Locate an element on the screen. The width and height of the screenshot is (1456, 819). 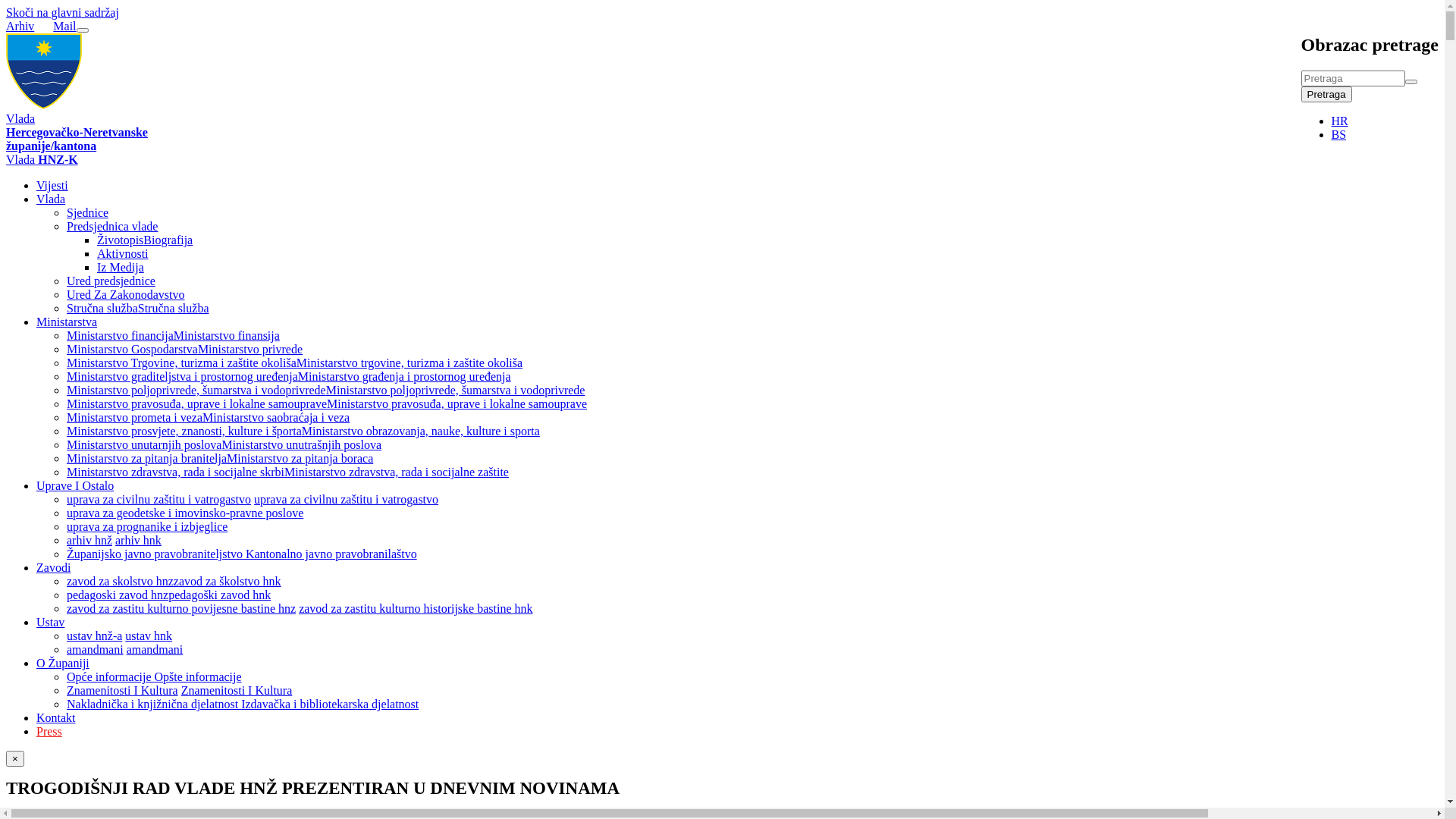
'Ministarstvo Gospodarstva' is located at coordinates (132, 349).